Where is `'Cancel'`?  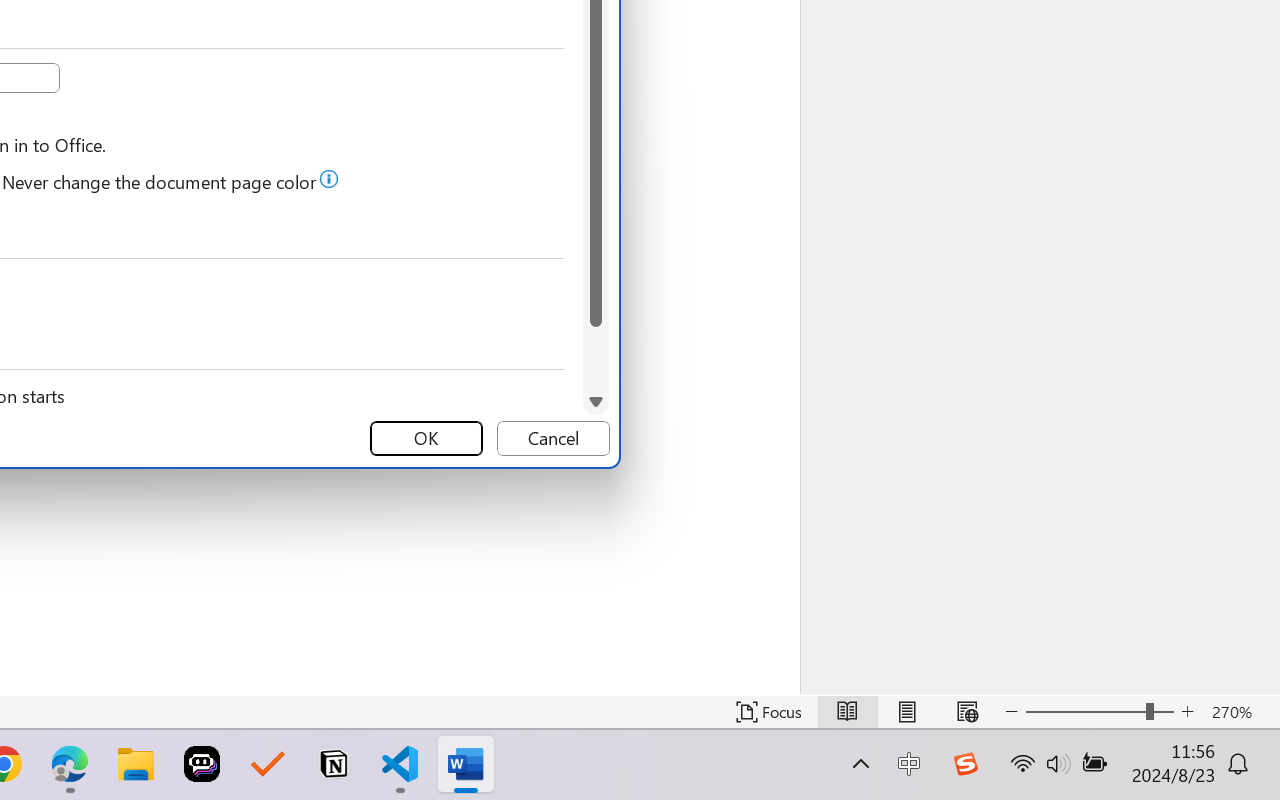 'Cancel' is located at coordinates (553, 437).